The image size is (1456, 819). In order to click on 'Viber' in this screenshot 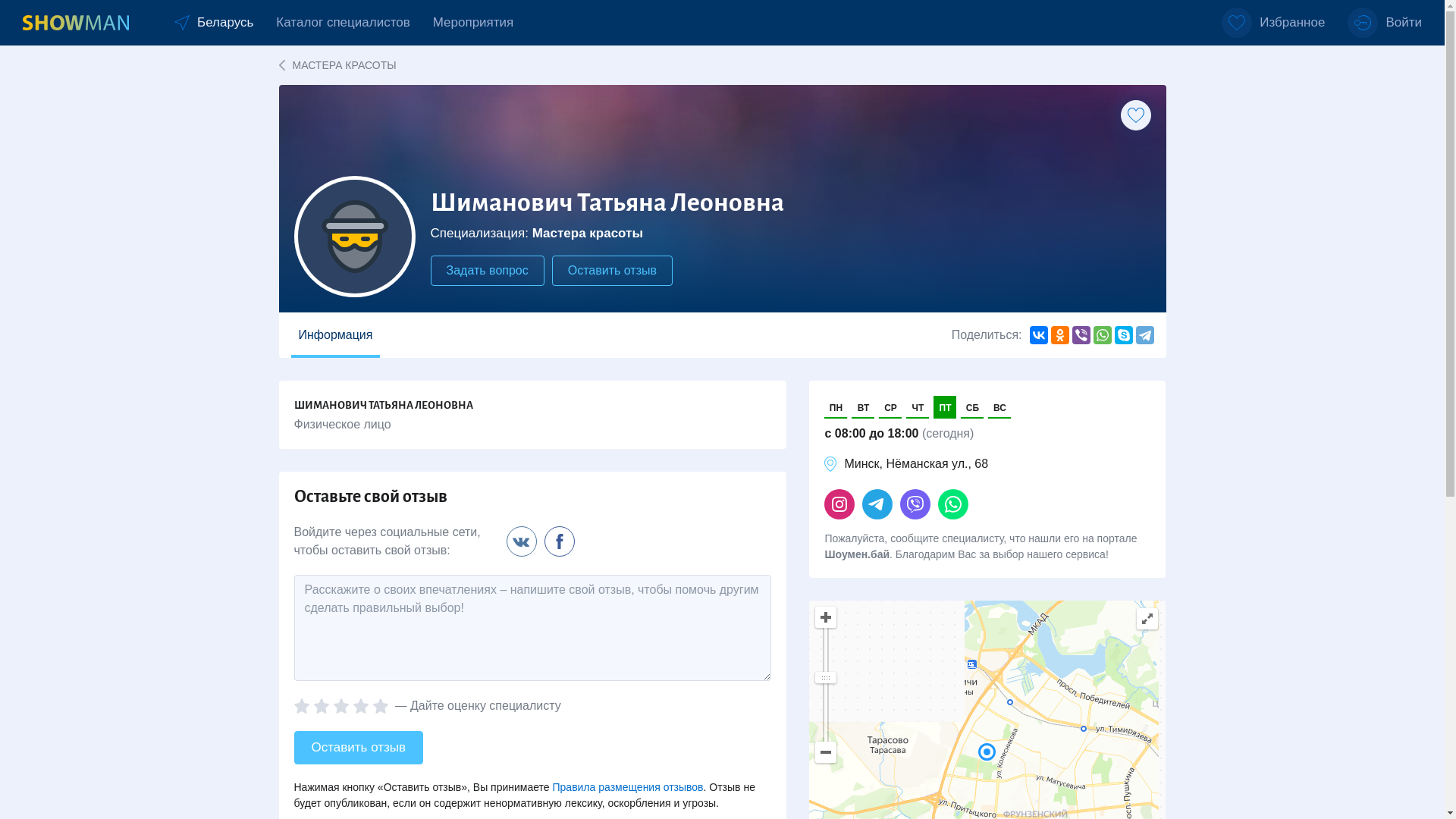, I will do `click(1080, 334)`.